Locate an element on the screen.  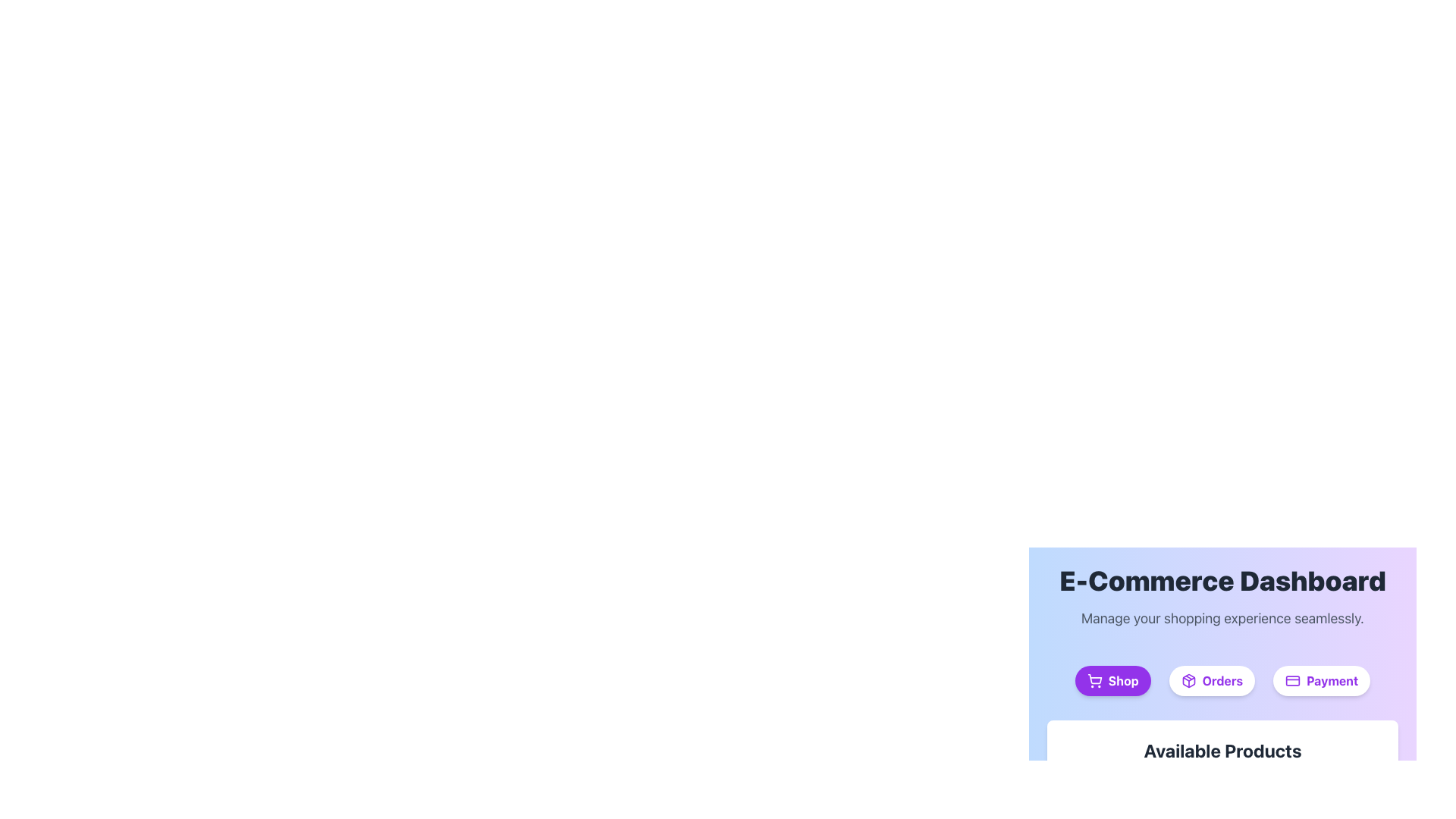
informational text block titled 'Available Products' which provides details on functionality below the 'E-Commerce Dashboard' is located at coordinates (1222, 766).